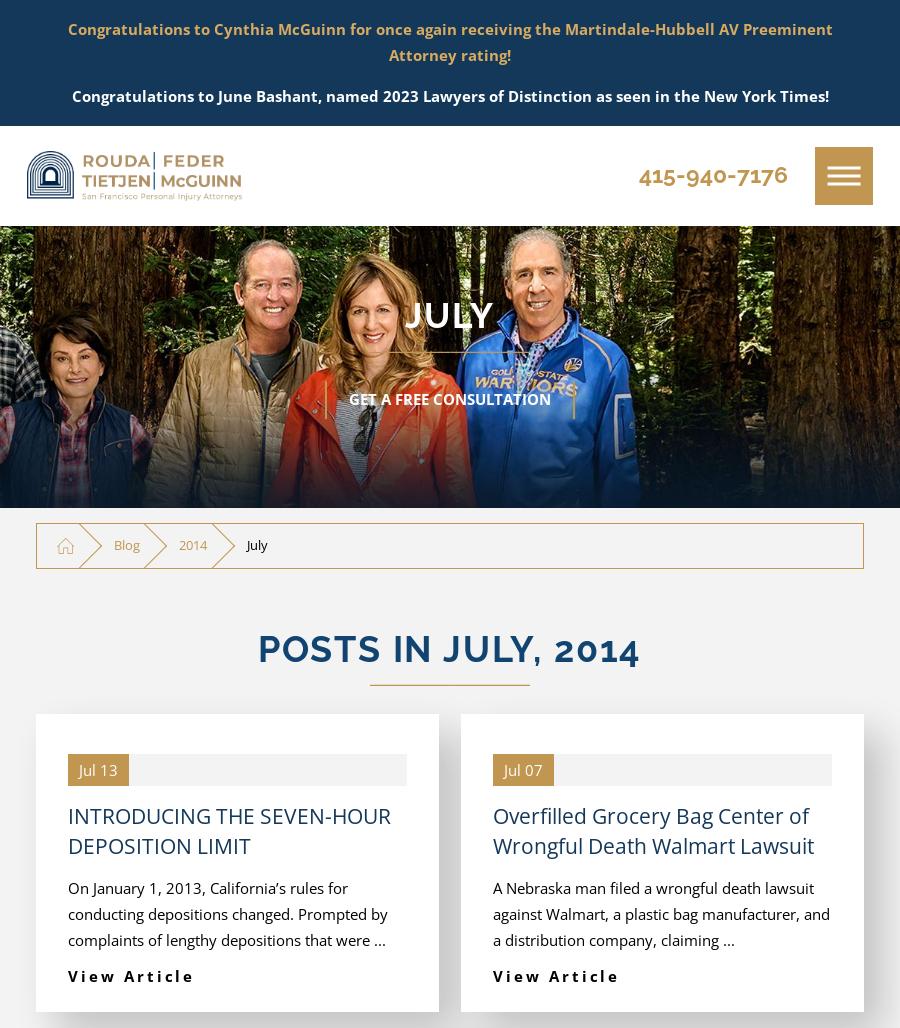 This screenshot has height=1028, width=900. Describe the element at coordinates (170, 232) in the screenshot. I see `'September'` at that location.